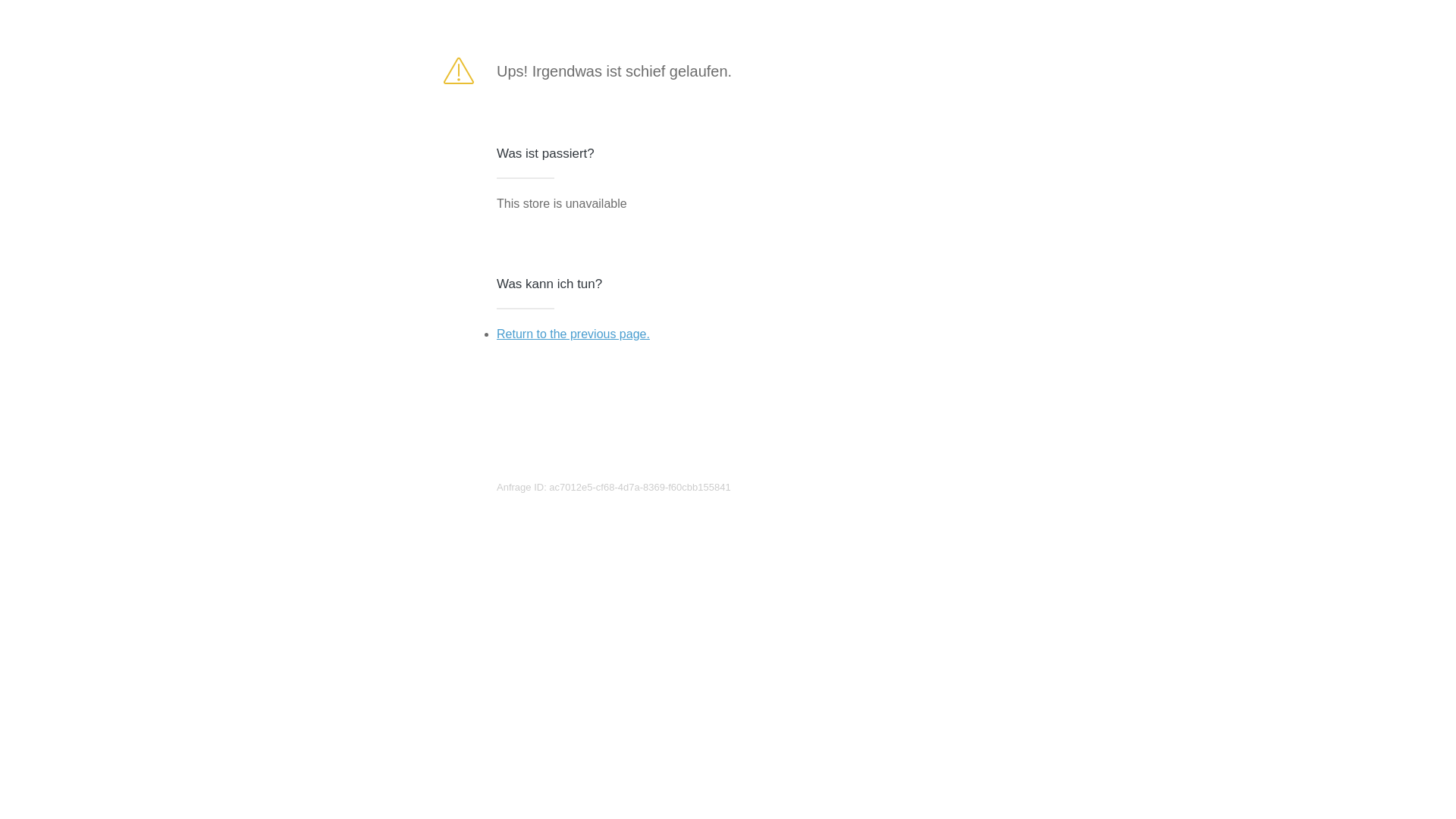 The width and height of the screenshot is (1456, 819). I want to click on 'Return to the previous page.', so click(496, 333).